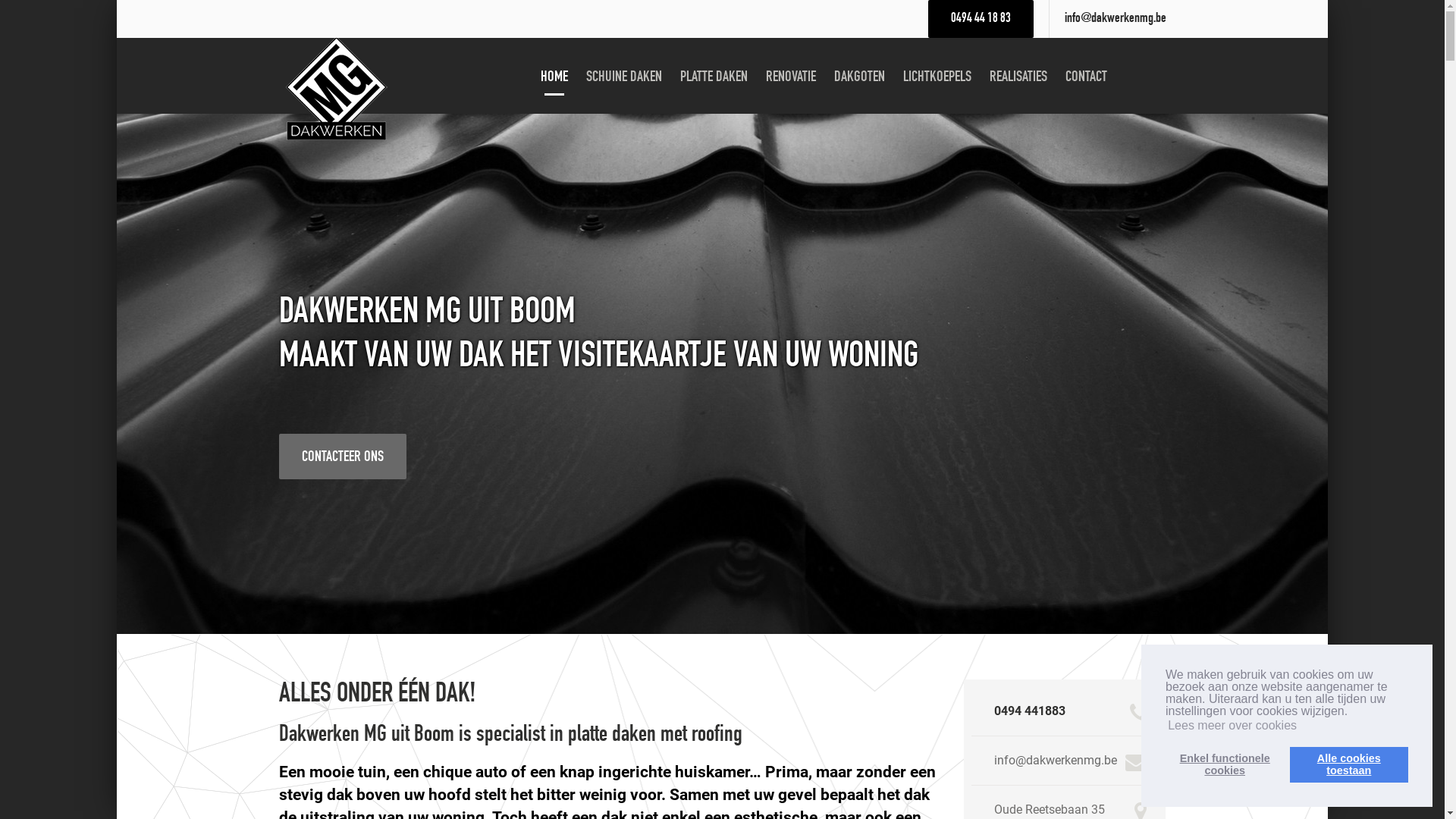  What do you see at coordinates (1224, 764) in the screenshot?
I see `'Enkel functionele` at bounding box center [1224, 764].